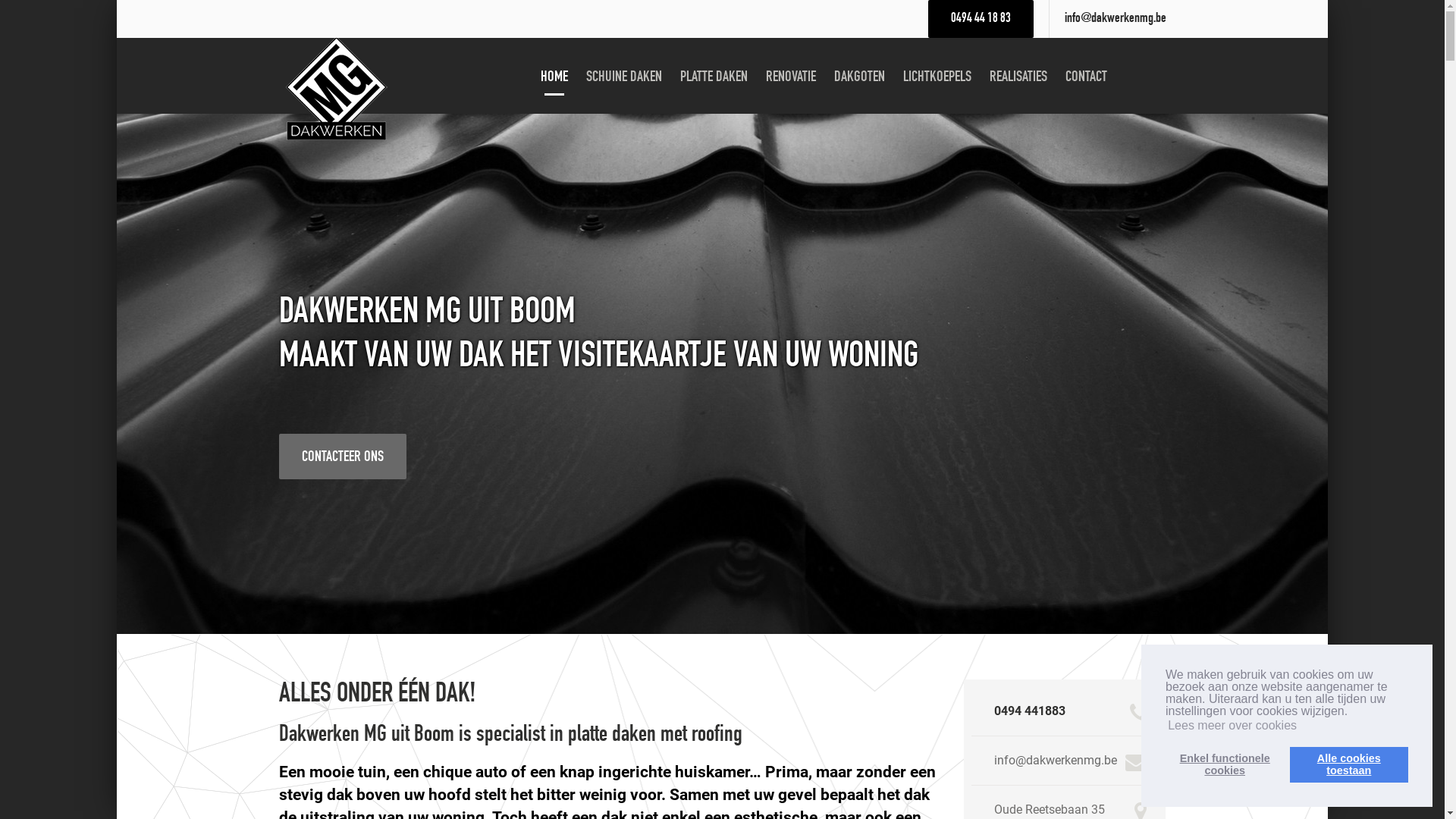  What do you see at coordinates (1224, 764) in the screenshot?
I see `'Enkel functionele` at bounding box center [1224, 764].